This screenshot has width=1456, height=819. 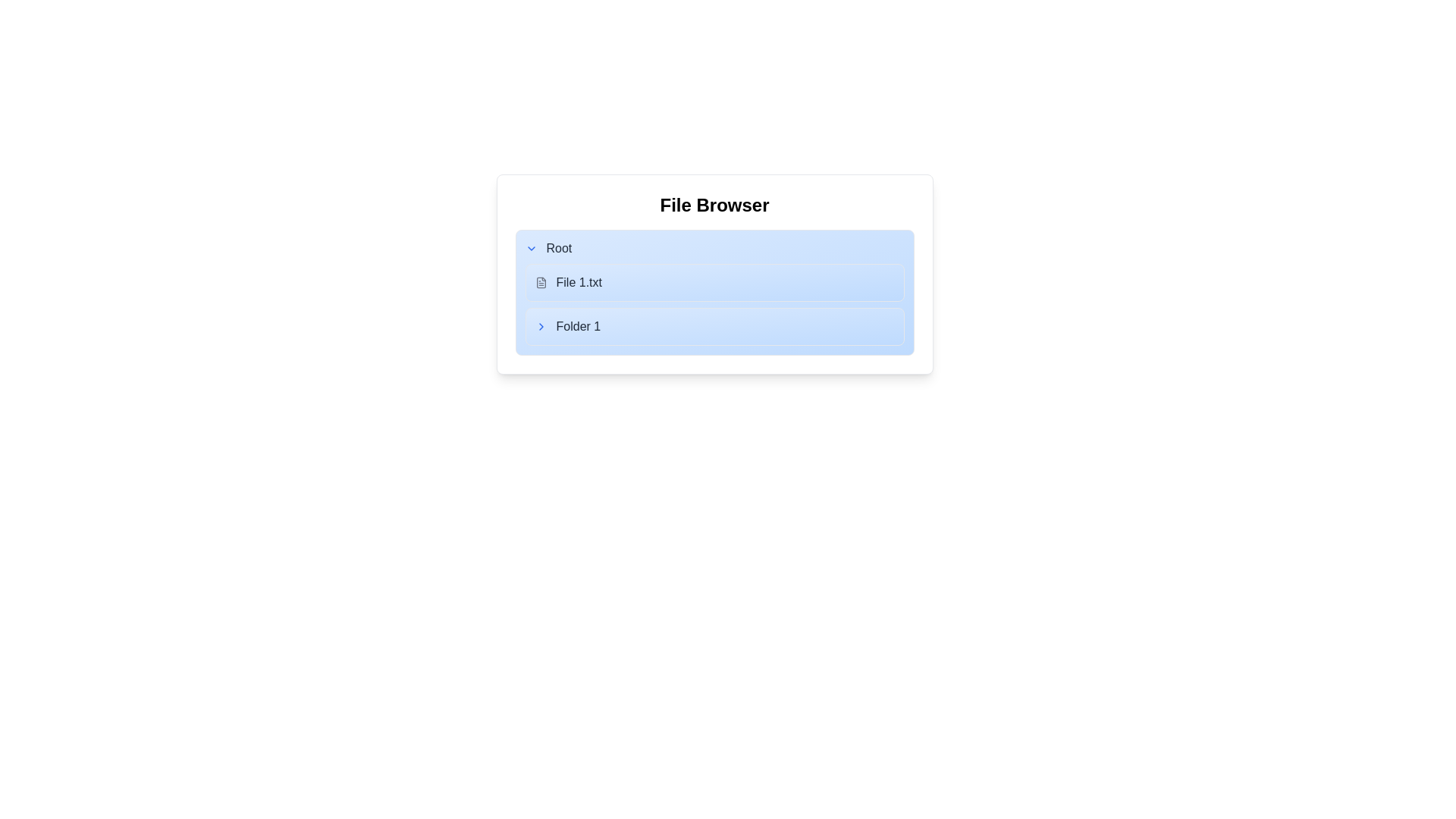 What do you see at coordinates (541, 283) in the screenshot?
I see `the file icon representing 'File 1.txt' in the file browsing interface, which is located under the 'Root' directory and just before 'Folder 1'` at bounding box center [541, 283].